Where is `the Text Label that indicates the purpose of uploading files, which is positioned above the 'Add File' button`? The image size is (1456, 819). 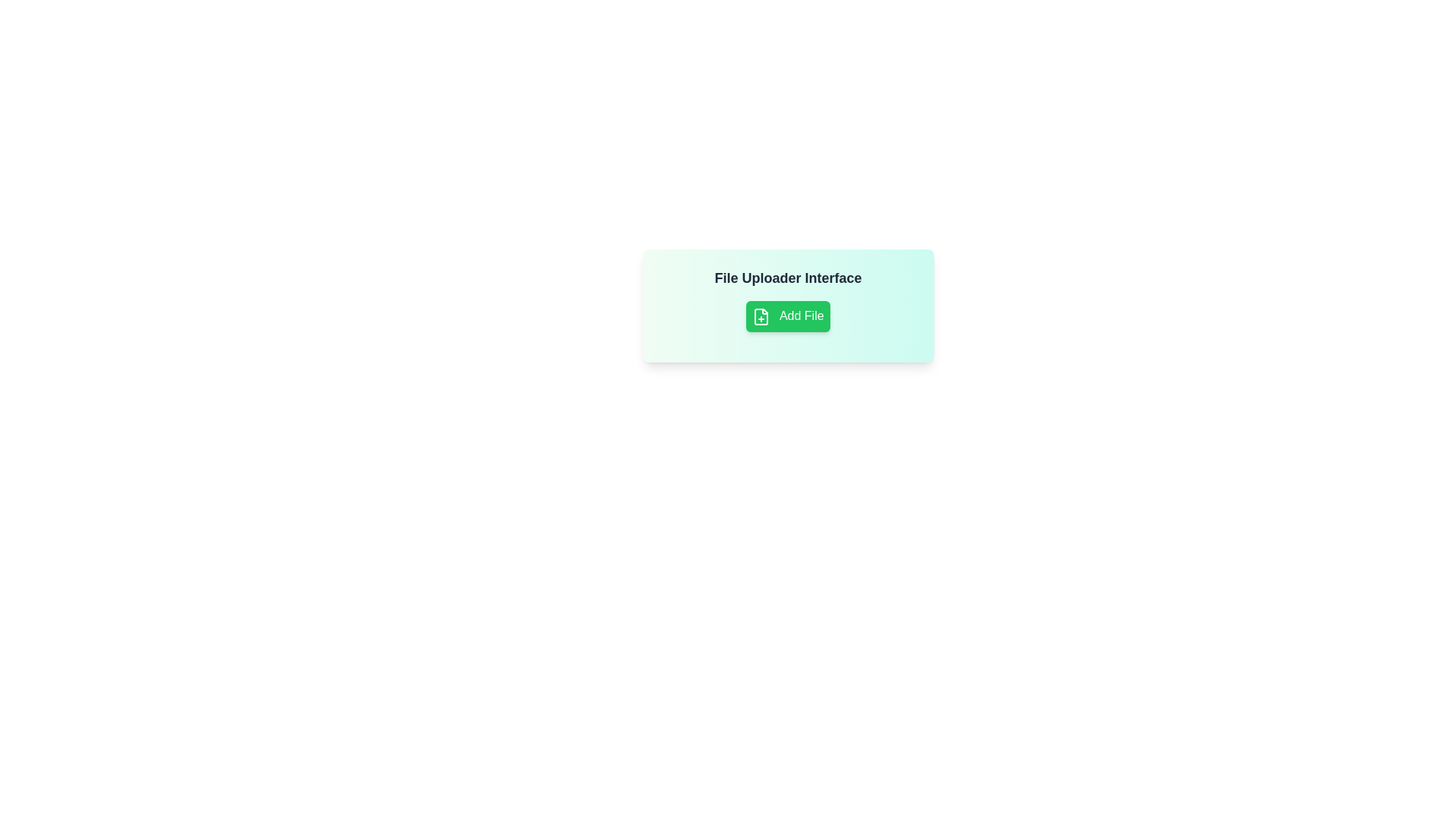
the Text Label that indicates the purpose of uploading files, which is positioned above the 'Add File' button is located at coordinates (788, 278).